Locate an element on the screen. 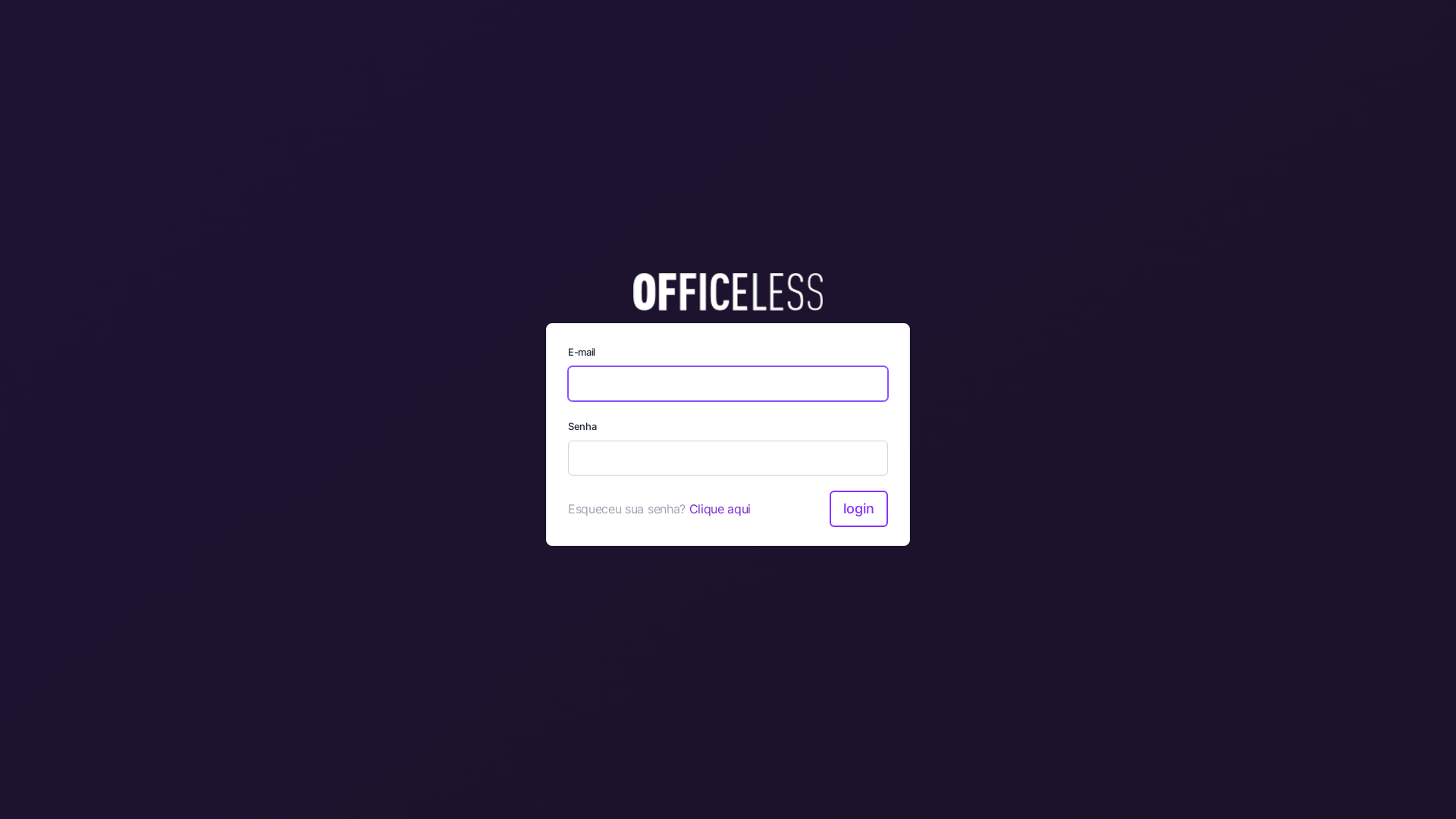  'Login' is located at coordinates (858, 509).